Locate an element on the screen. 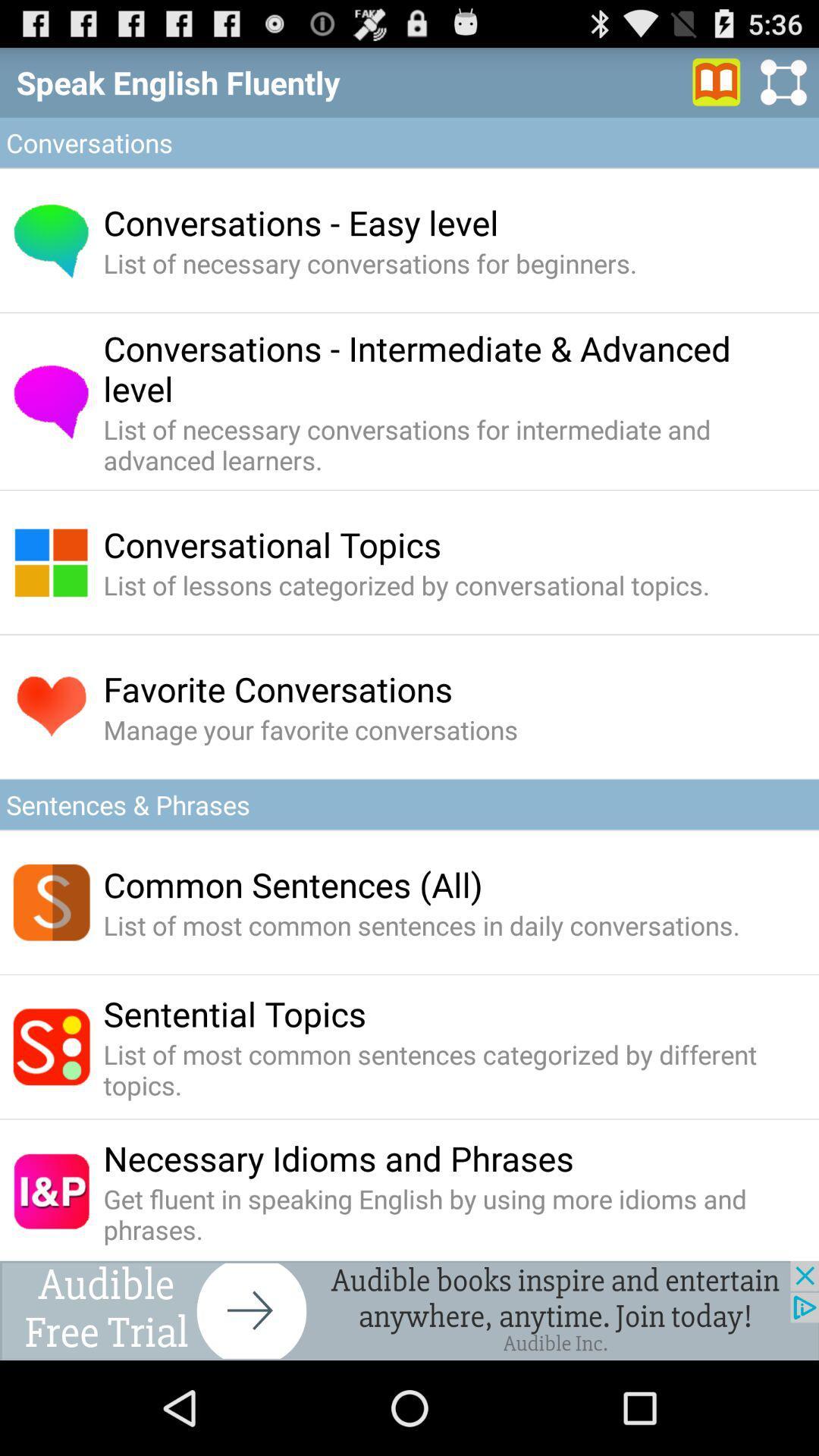 Image resolution: width=819 pixels, height=1456 pixels. this page is located at coordinates (717, 81).